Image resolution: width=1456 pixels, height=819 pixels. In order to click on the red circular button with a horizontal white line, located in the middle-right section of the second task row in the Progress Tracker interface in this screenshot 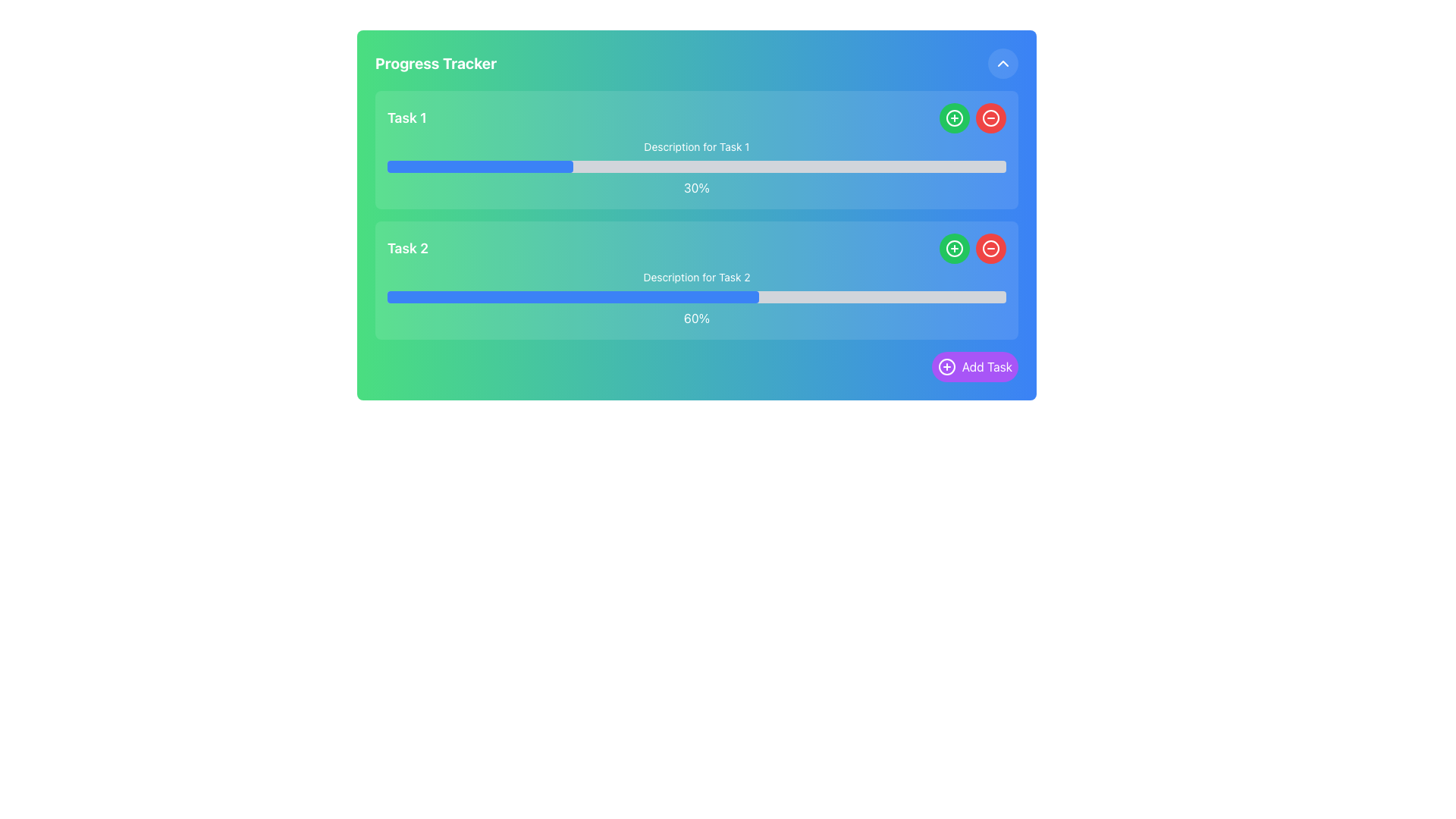, I will do `click(990, 247)`.